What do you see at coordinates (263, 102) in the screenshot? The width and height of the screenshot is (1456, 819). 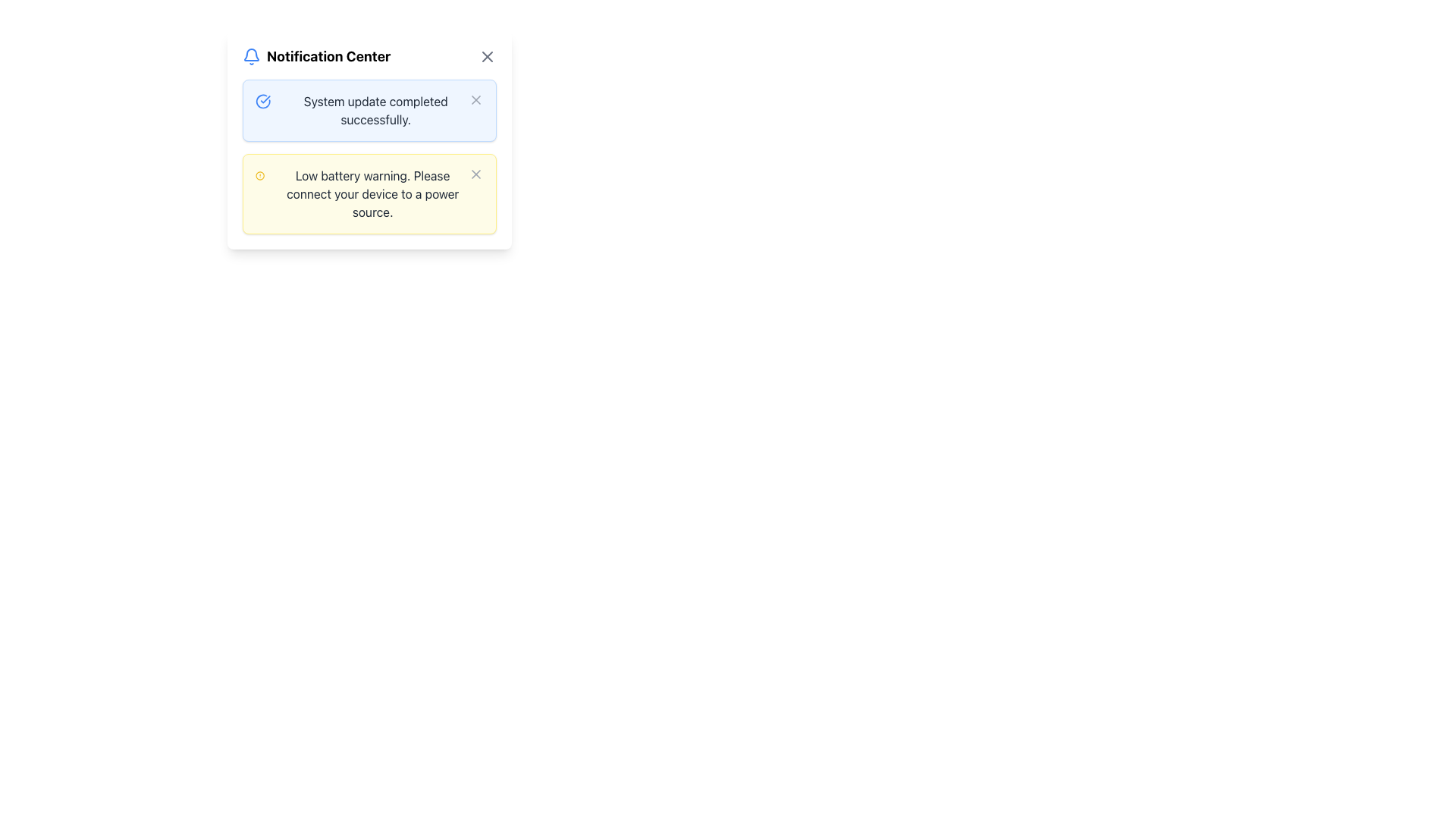 I see `the visual indicator representing the successful completion of a system update within the notification card titled 'System update completed successfully'` at bounding box center [263, 102].